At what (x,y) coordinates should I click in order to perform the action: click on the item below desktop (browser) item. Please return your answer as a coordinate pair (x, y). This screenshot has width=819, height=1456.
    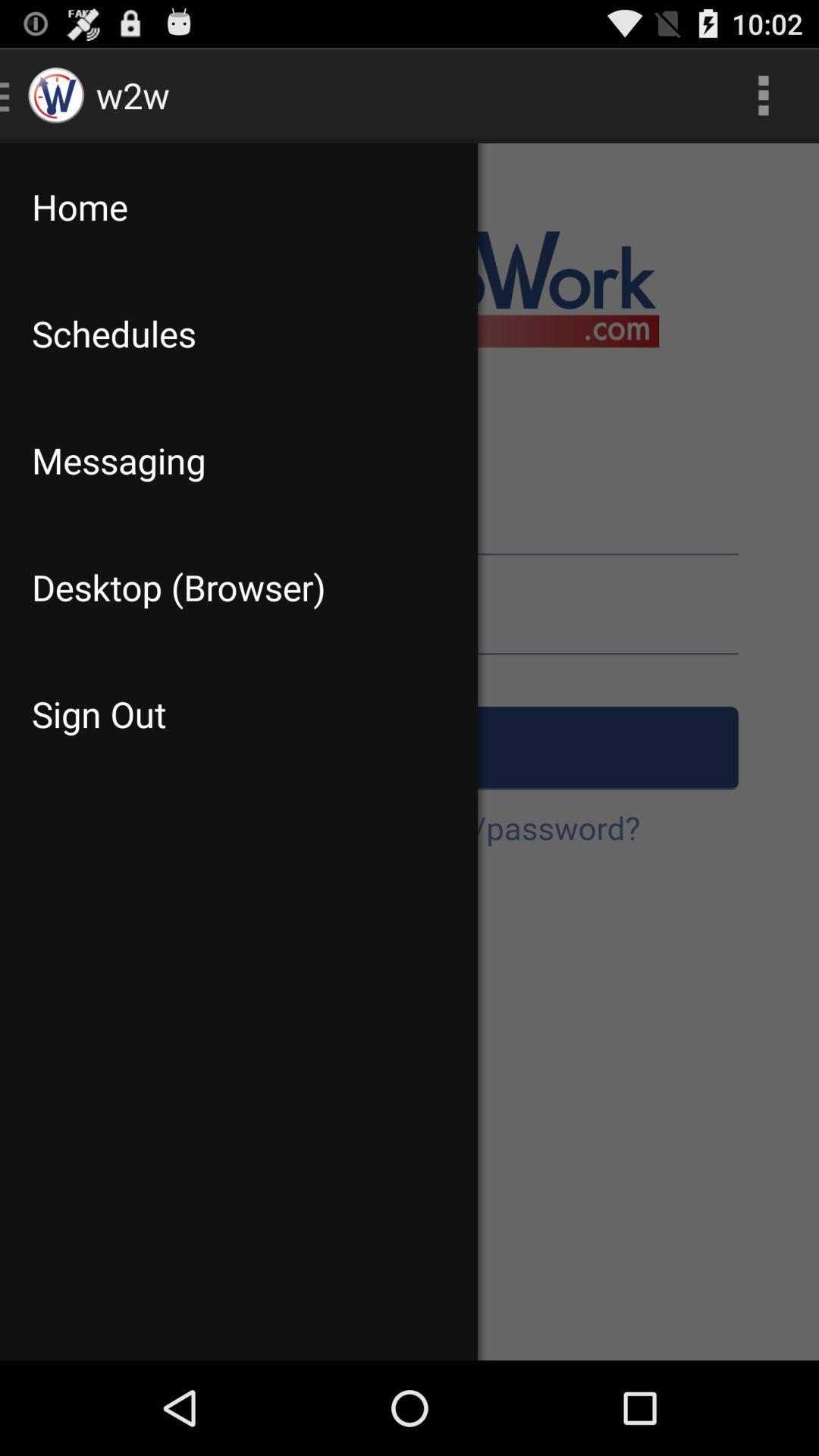
    Looking at the image, I should click on (239, 713).